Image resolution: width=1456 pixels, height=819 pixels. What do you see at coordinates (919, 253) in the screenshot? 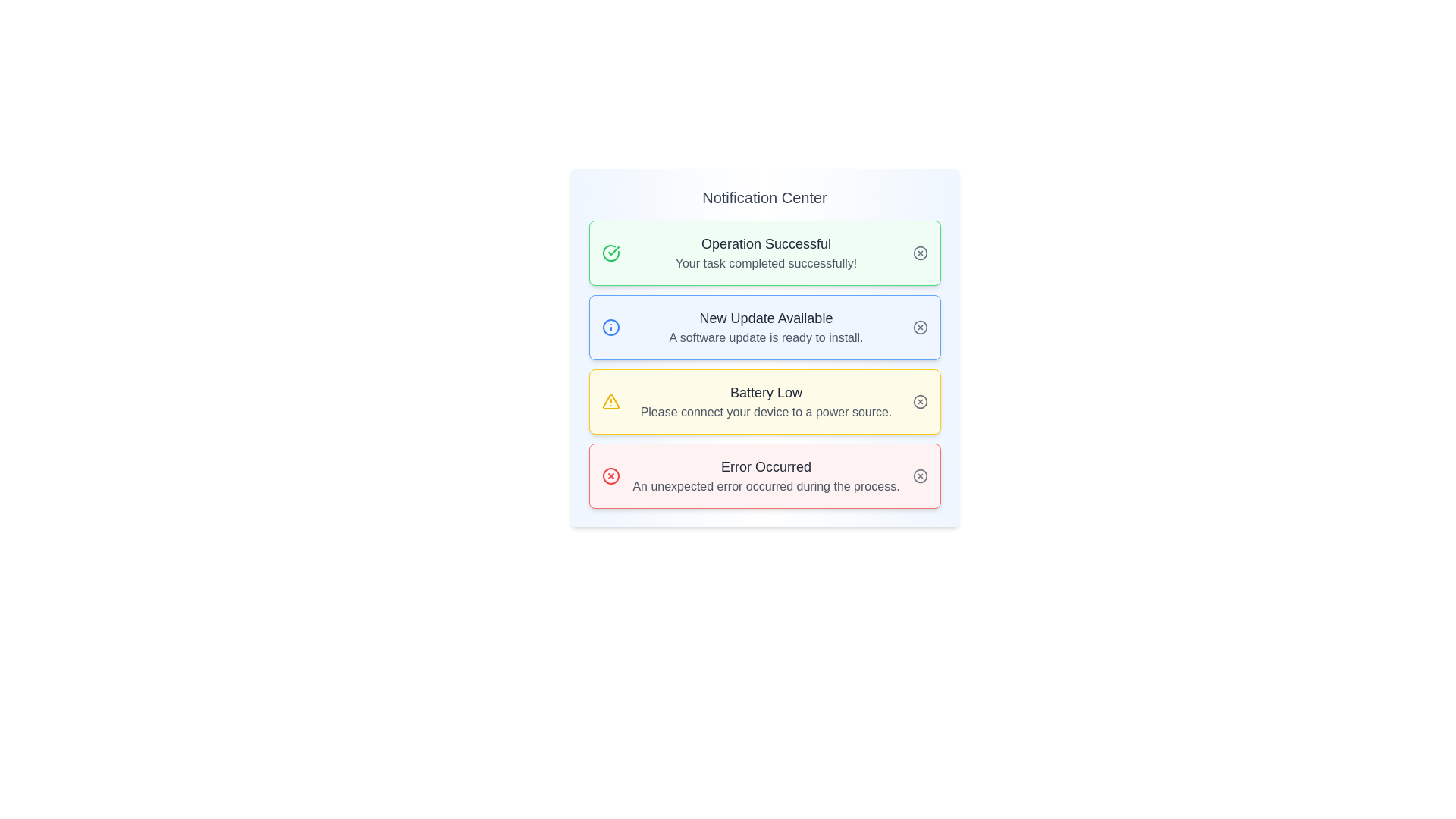
I see `the circular close button located in the top right corner of the green notification block labeled 'Operation Successful'` at bounding box center [919, 253].